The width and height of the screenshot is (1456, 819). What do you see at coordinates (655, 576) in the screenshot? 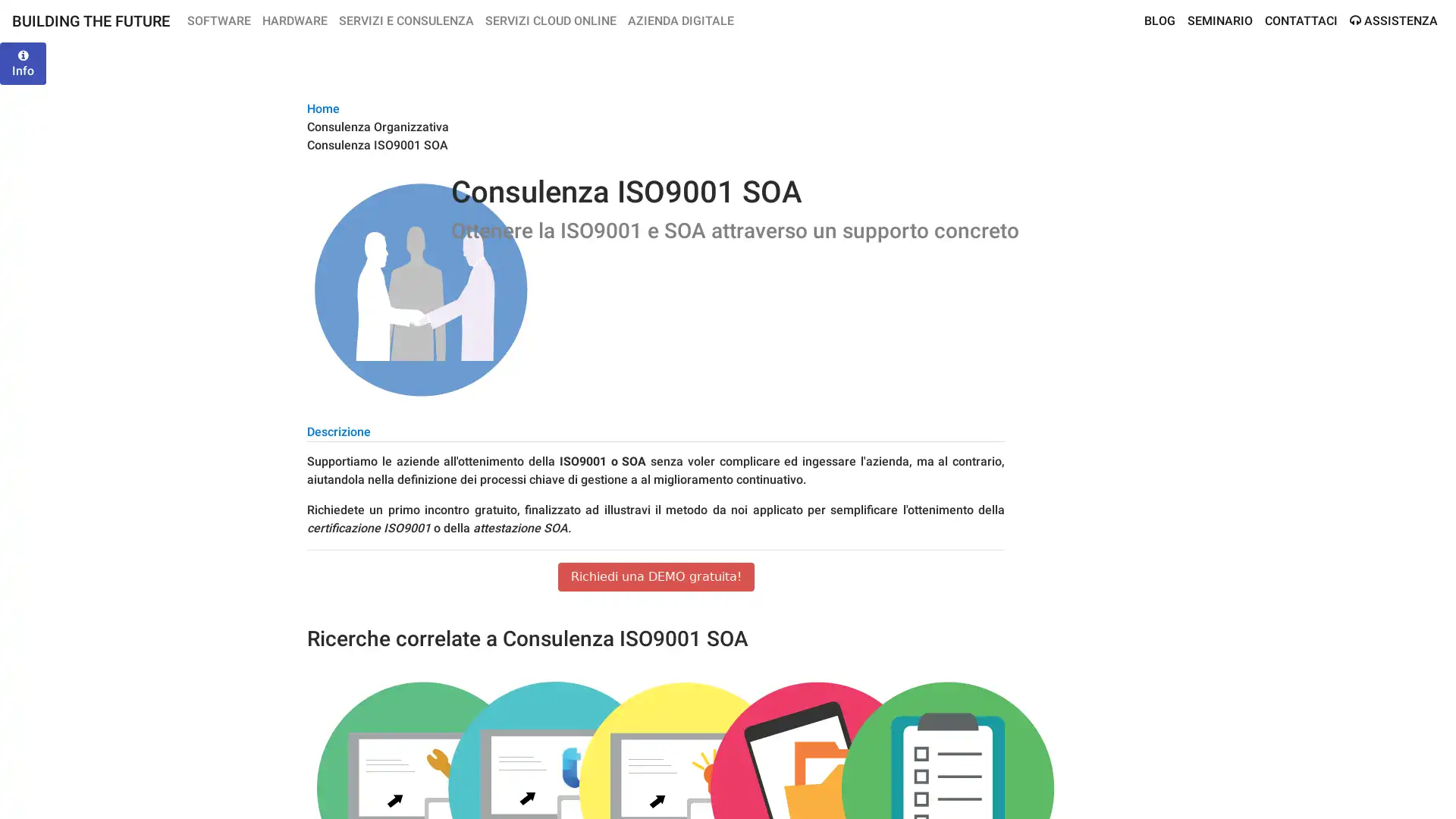
I see `Richiedi una DEMO gratuita!` at bounding box center [655, 576].